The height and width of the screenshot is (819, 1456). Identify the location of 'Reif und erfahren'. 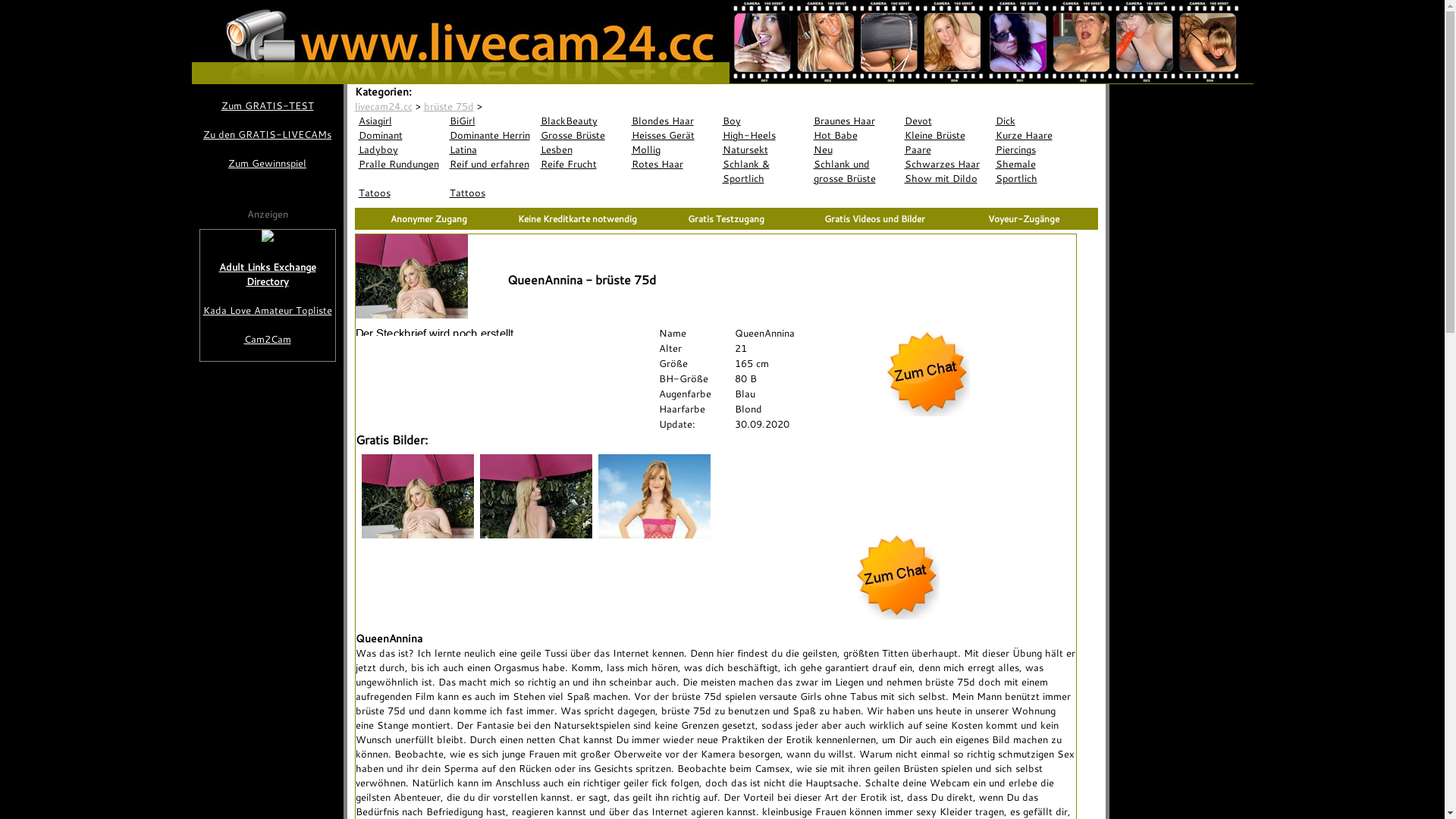
(491, 164).